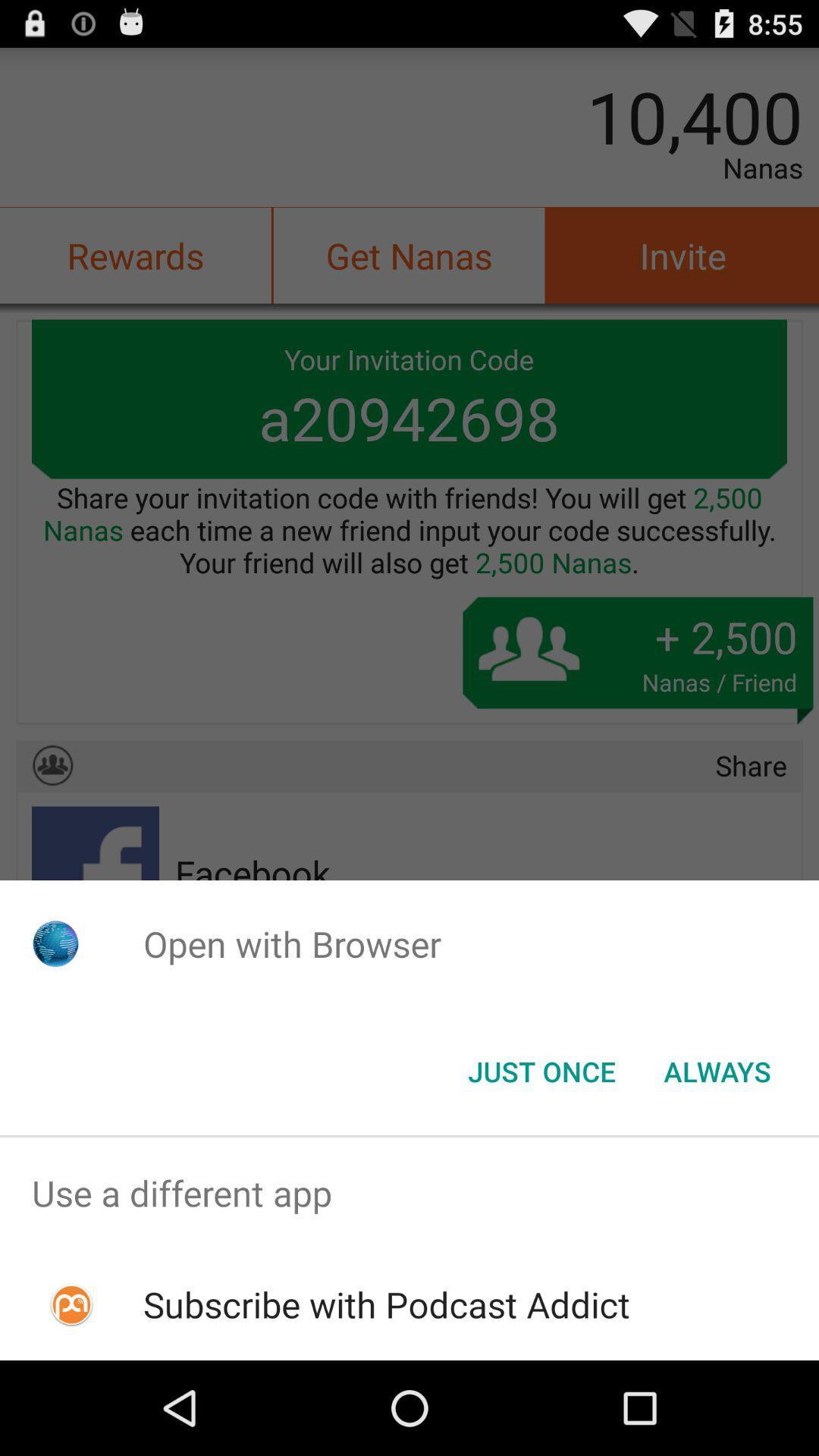  I want to click on the just once item, so click(541, 1070).